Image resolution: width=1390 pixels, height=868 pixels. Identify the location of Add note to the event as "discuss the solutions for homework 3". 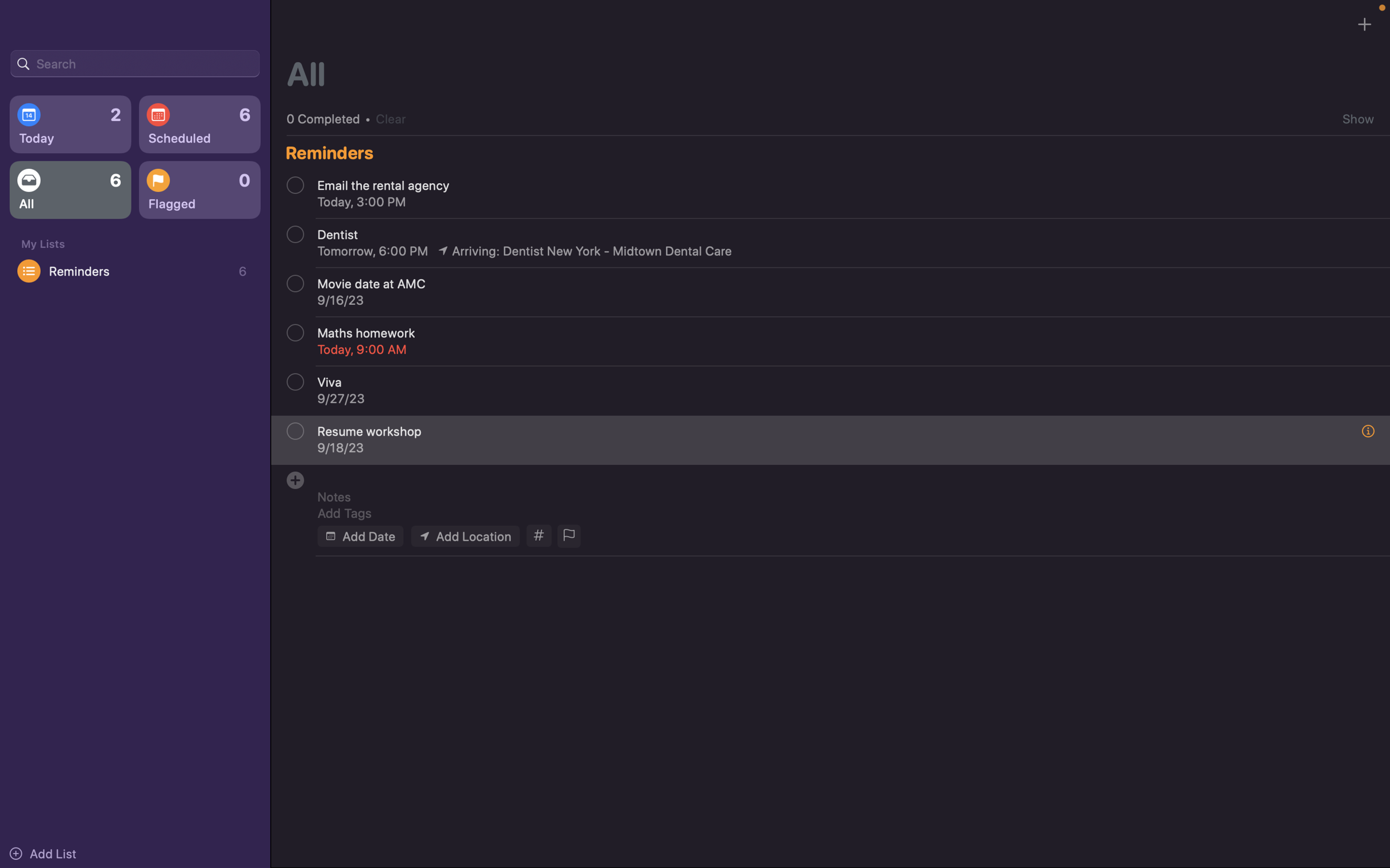
(837, 496).